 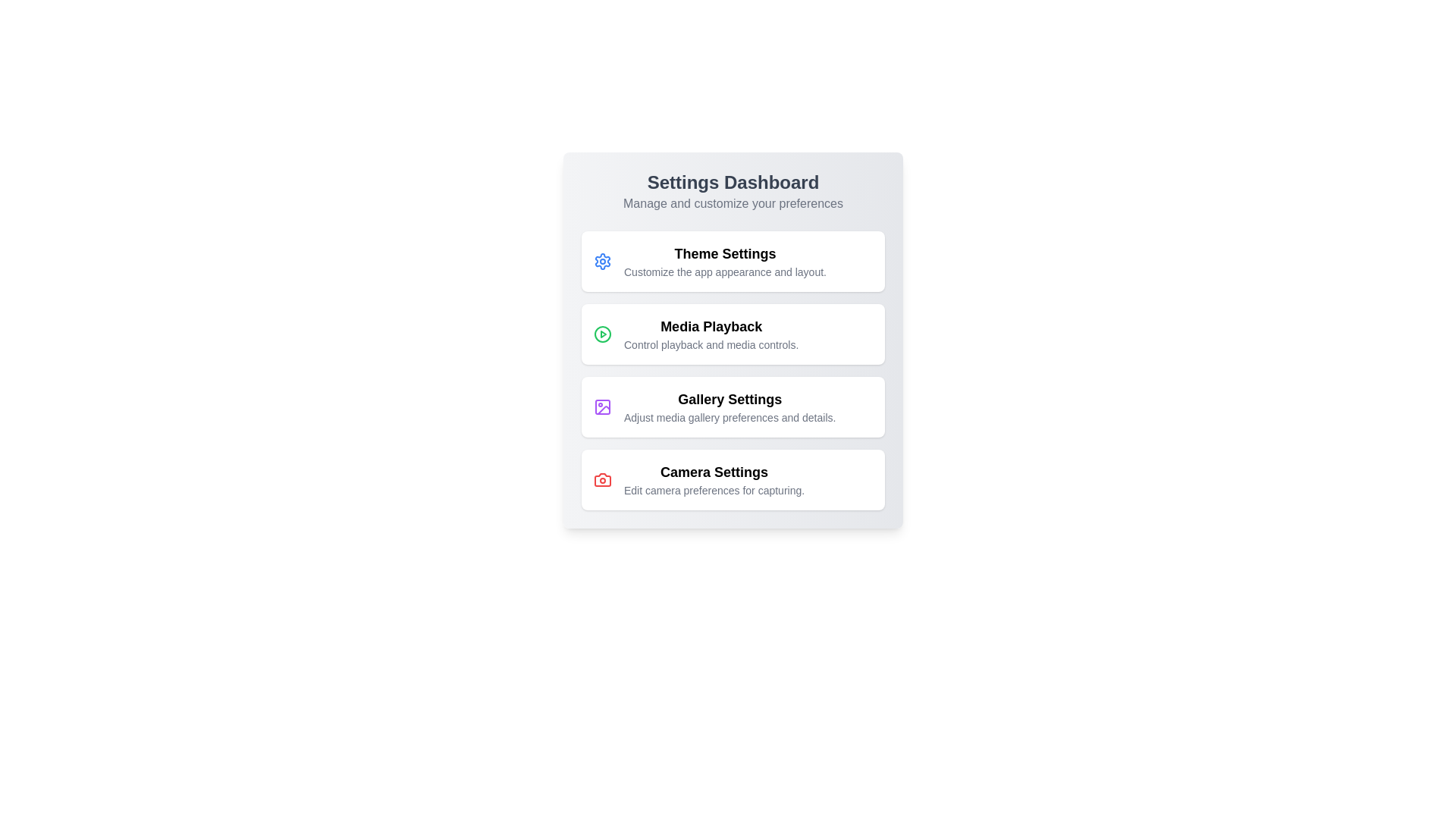 I want to click on the settings cogwheel icon located in the top-right corner of the interface, which represents configuration options, so click(x=602, y=260).